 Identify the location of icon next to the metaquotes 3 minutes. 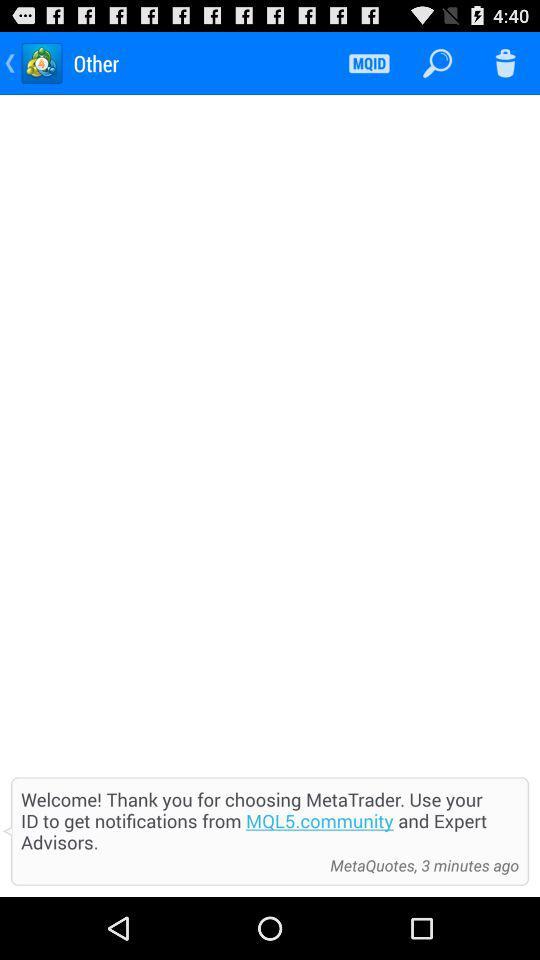
(170, 864).